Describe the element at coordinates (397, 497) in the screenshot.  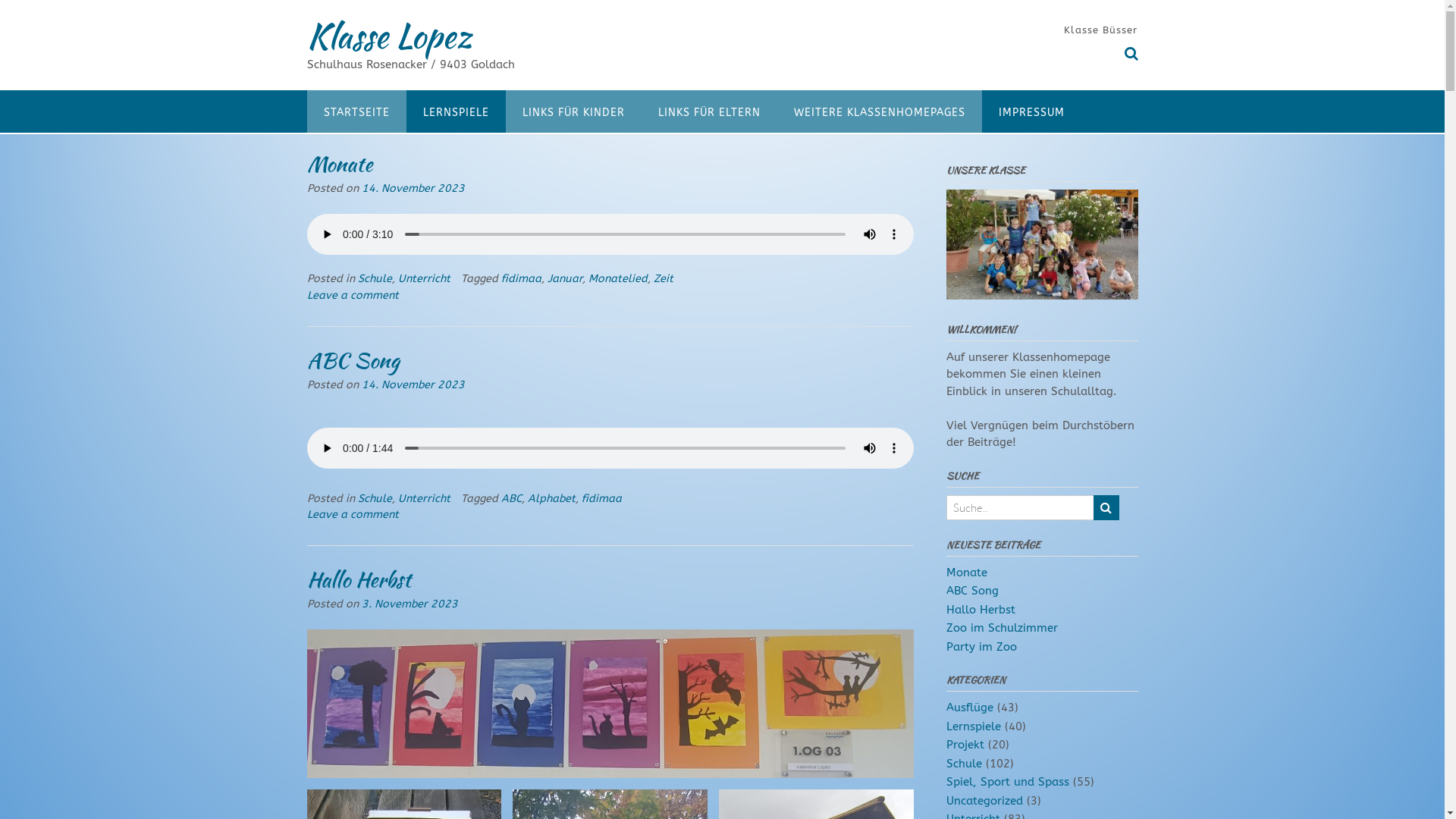
I see `'Unterricht'` at that location.